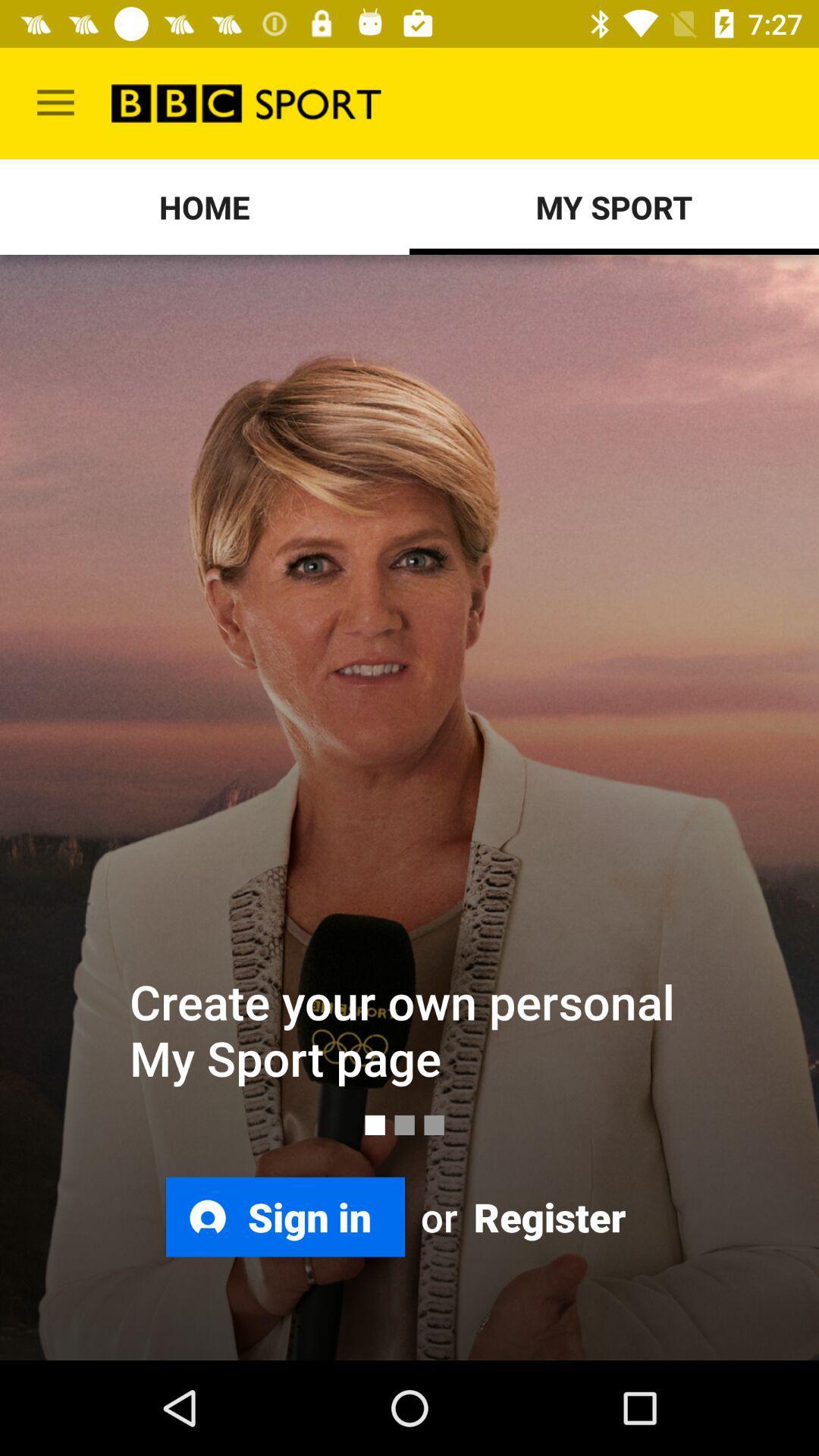  I want to click on home, so click(205, 206).